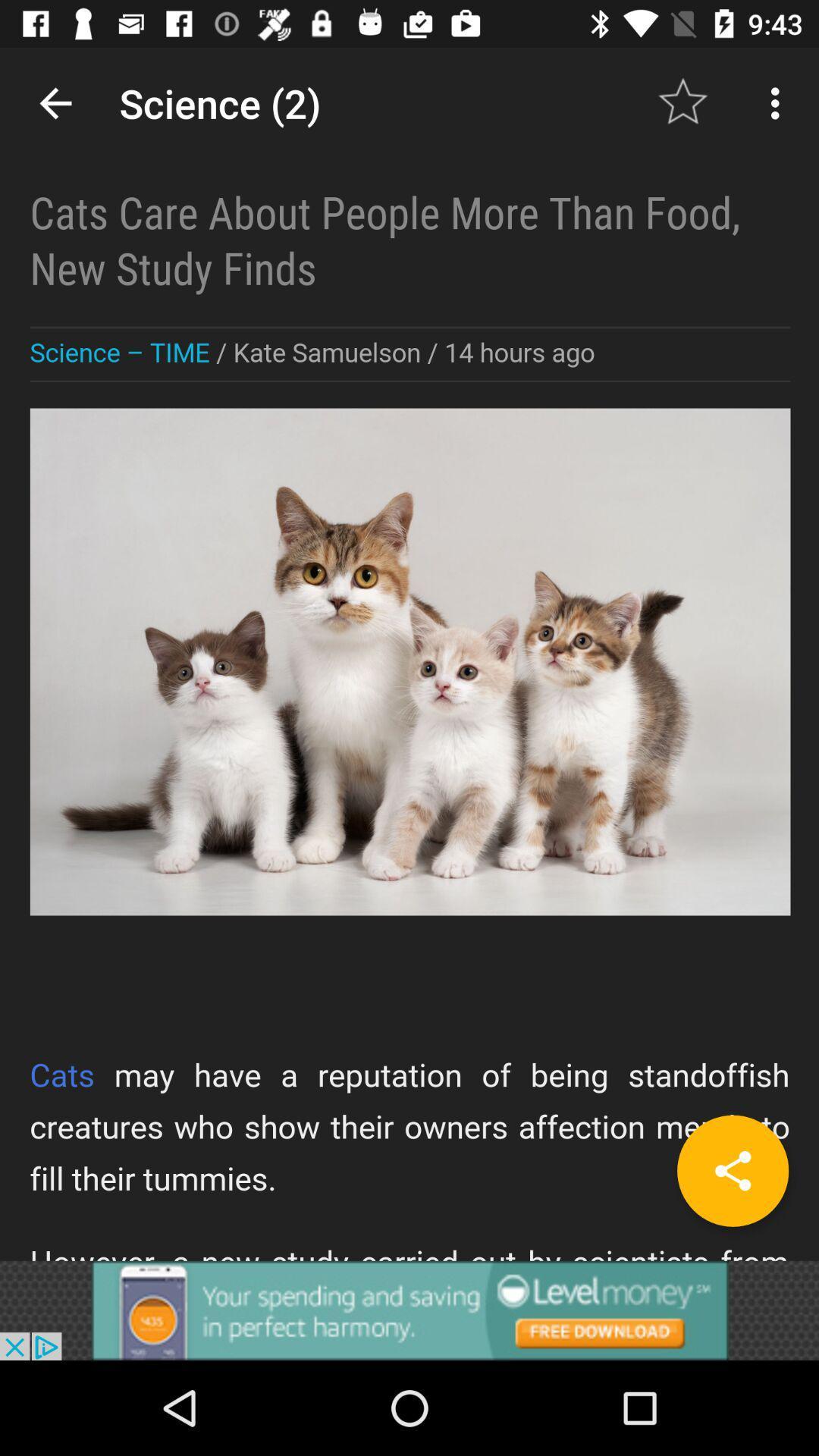  Describe the element at coordinates (409, 1310) in the screenshot. I see `advertisement` at that location.